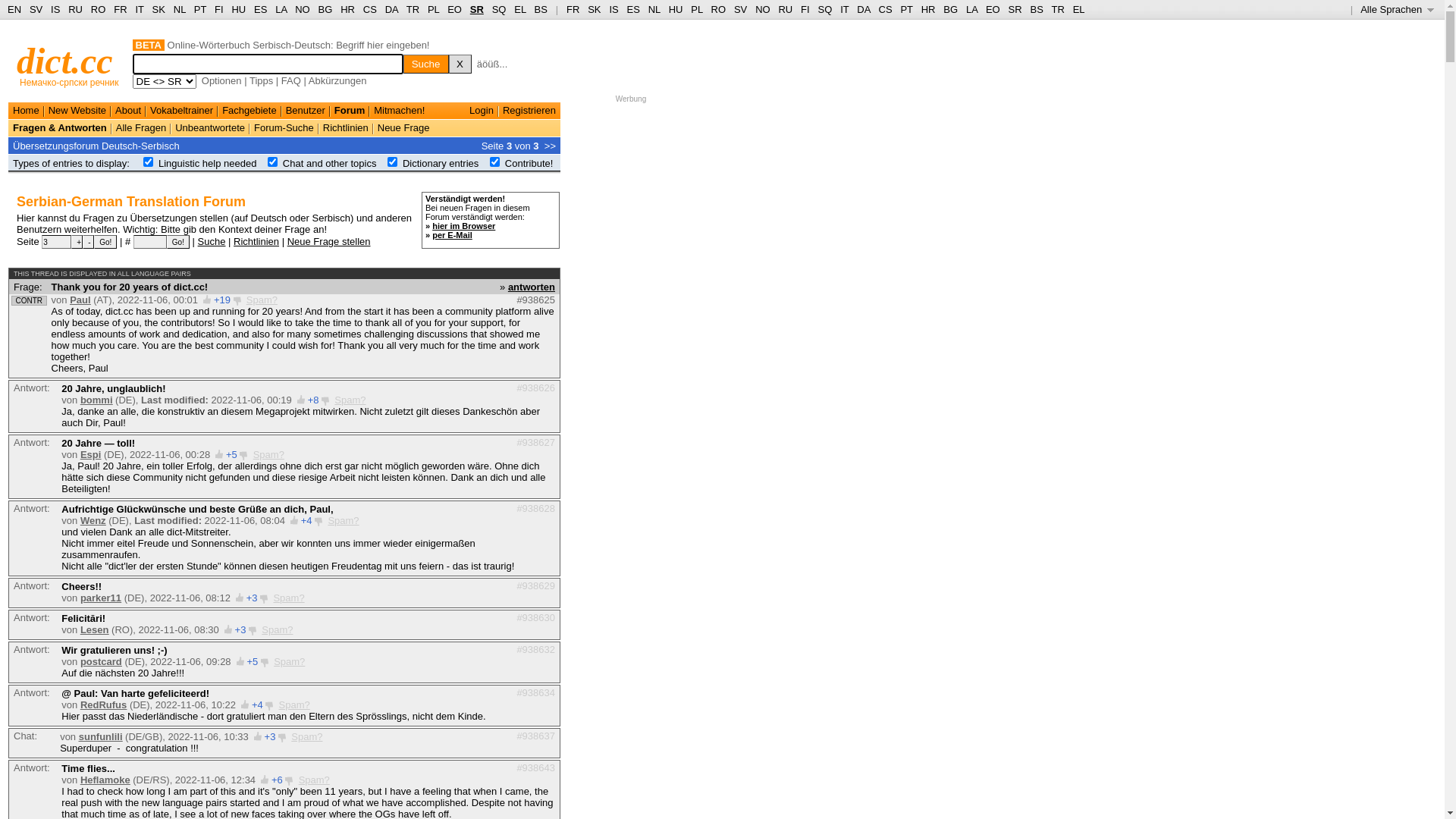 The height and width of the screenshot is (819, 1456). Describe the element at coordinates (718, 9) in the screenshot. I see `'RO'` at that location.